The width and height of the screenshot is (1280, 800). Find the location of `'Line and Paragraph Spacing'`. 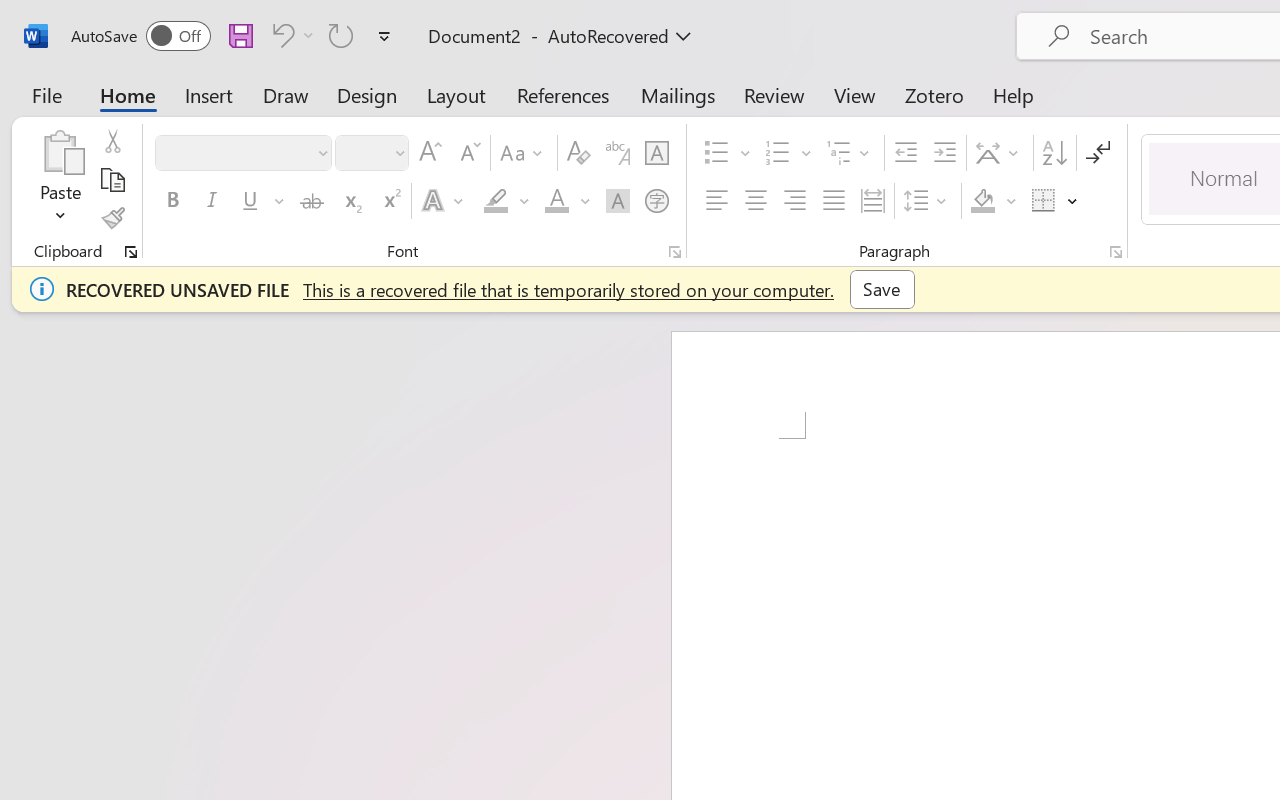

'Line and Paragraph Spacing' is located at coordinates (927, 201).